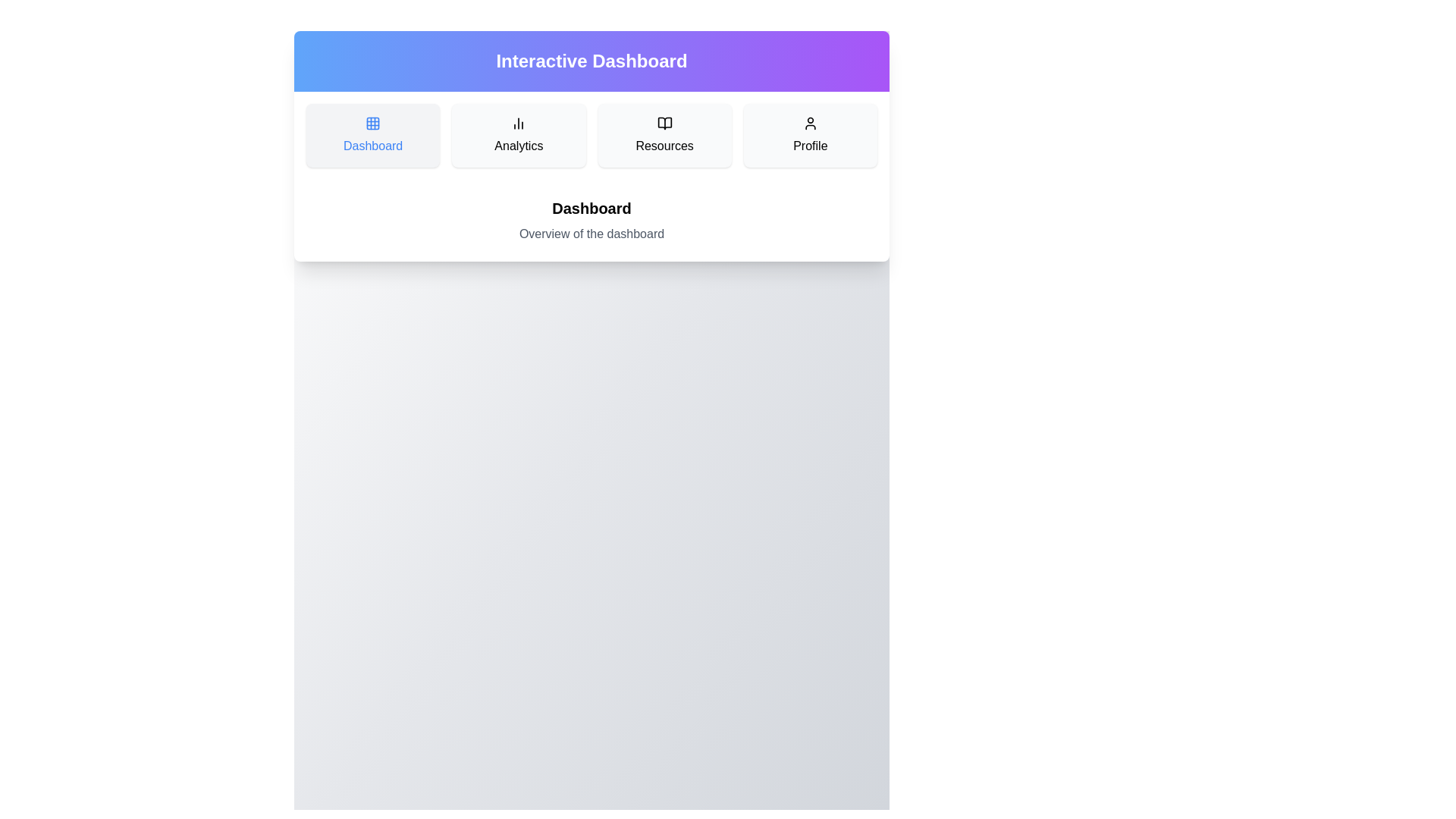 This screenshot has height=819, width=1456. Describe the element at coordinates (809, 134) in the screenshot. I see `the Profile section by clicking on its button` at that location.